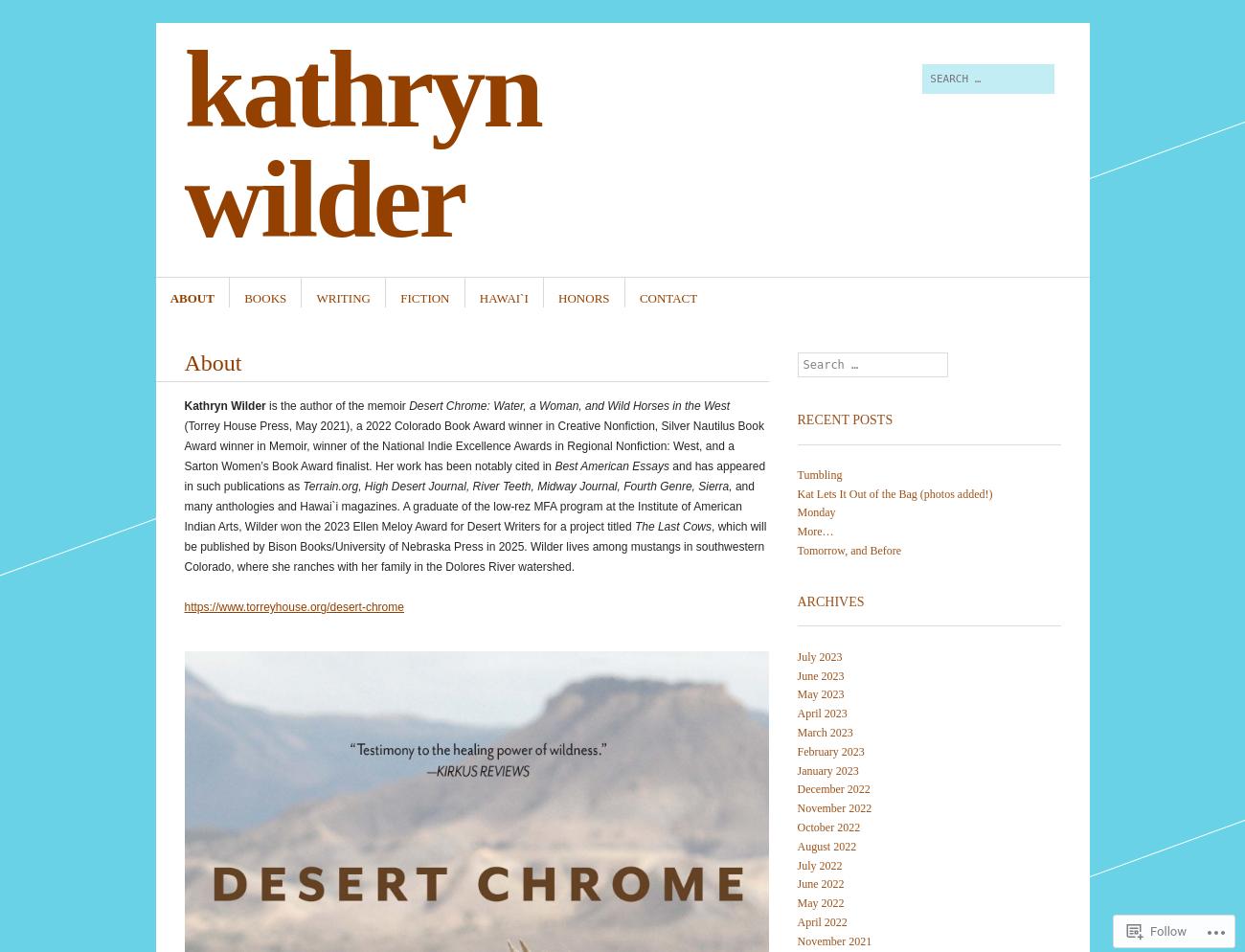  What do you see at coordinates (833, 939) in the screenshot?
I see `'November 2021'` at bounding box center [833, 939].